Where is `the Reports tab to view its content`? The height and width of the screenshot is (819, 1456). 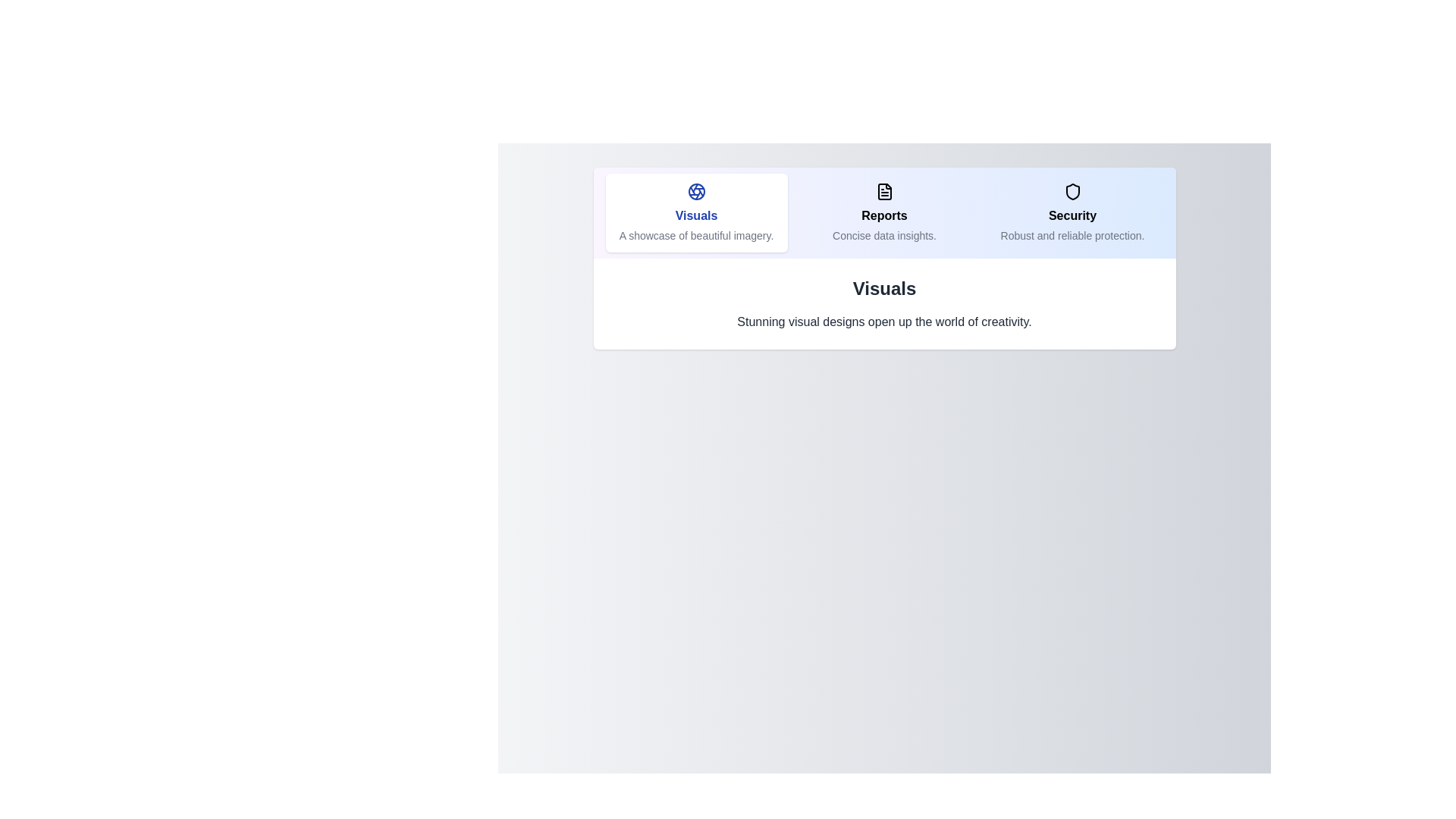
the Reports tab to view its content is located at coordinates (884, 213).